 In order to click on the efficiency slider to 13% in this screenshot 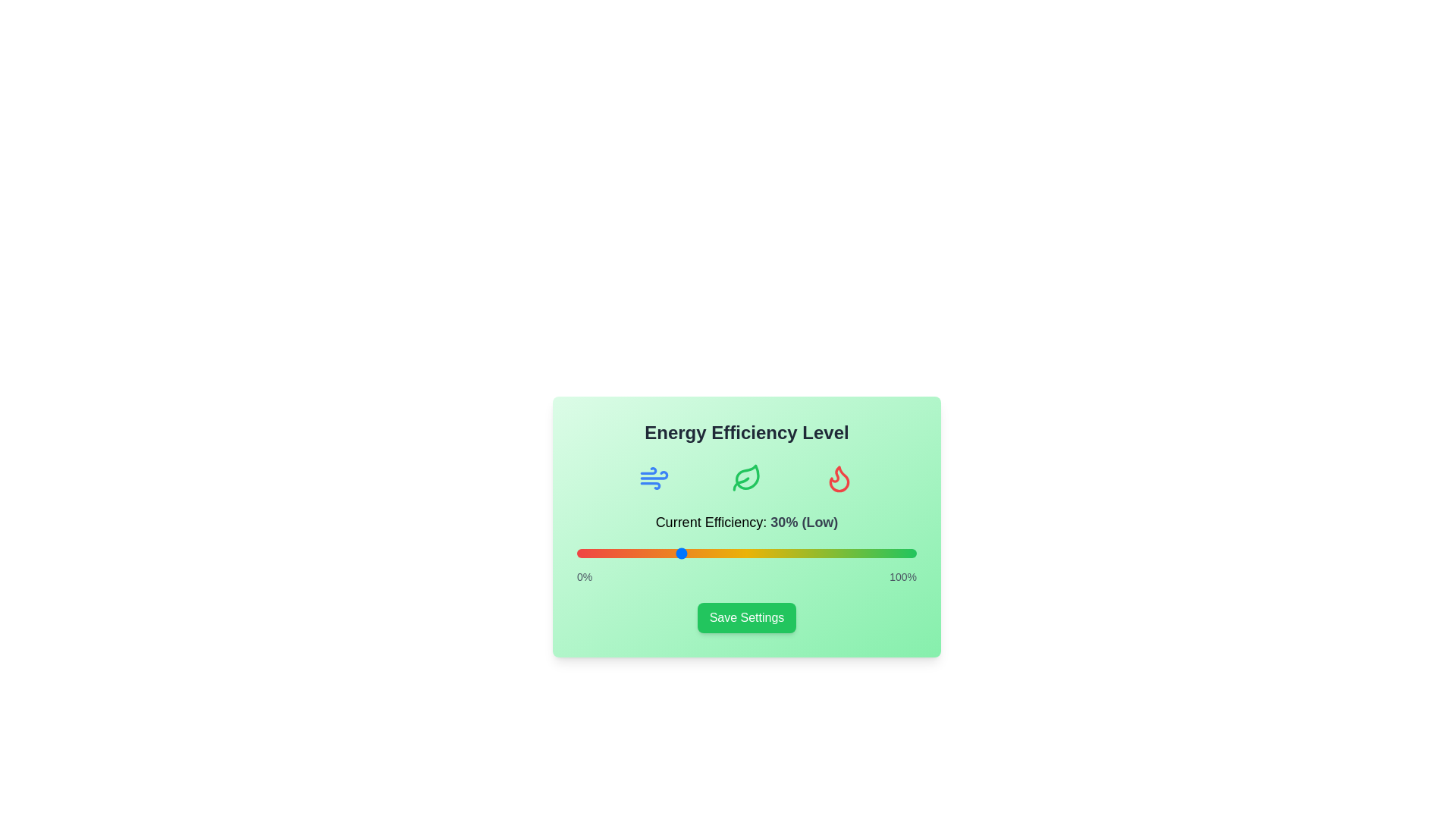, I will do `click(621, 553)`.